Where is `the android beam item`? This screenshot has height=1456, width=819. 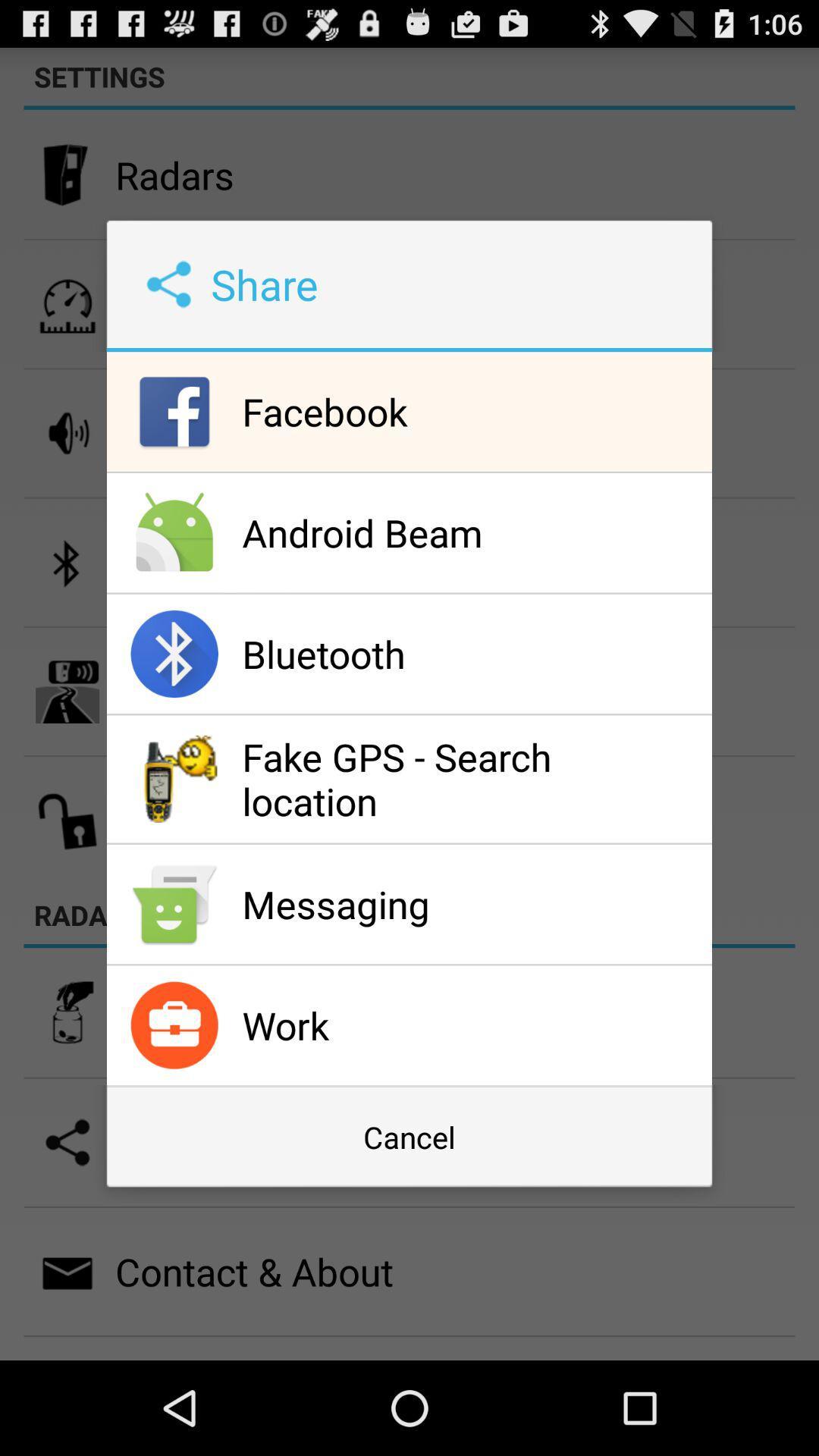
the android beam item is located at coordinates (472, 532).